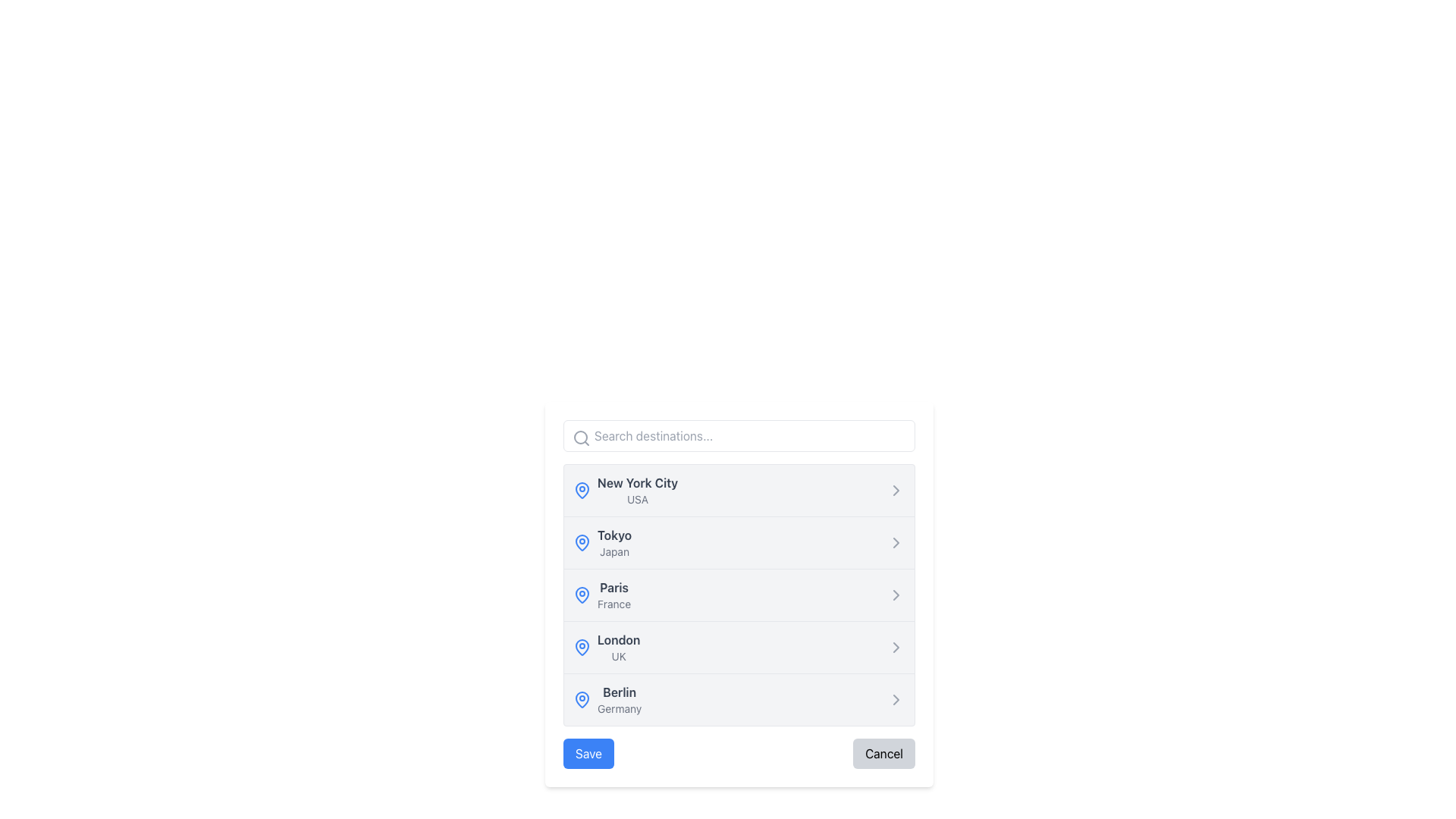 The height and width of the screenshot is (819, 1456). I want to click on the third item in the vertical list of selectable location entries that has a light gray background and borders, so click(739, 595).